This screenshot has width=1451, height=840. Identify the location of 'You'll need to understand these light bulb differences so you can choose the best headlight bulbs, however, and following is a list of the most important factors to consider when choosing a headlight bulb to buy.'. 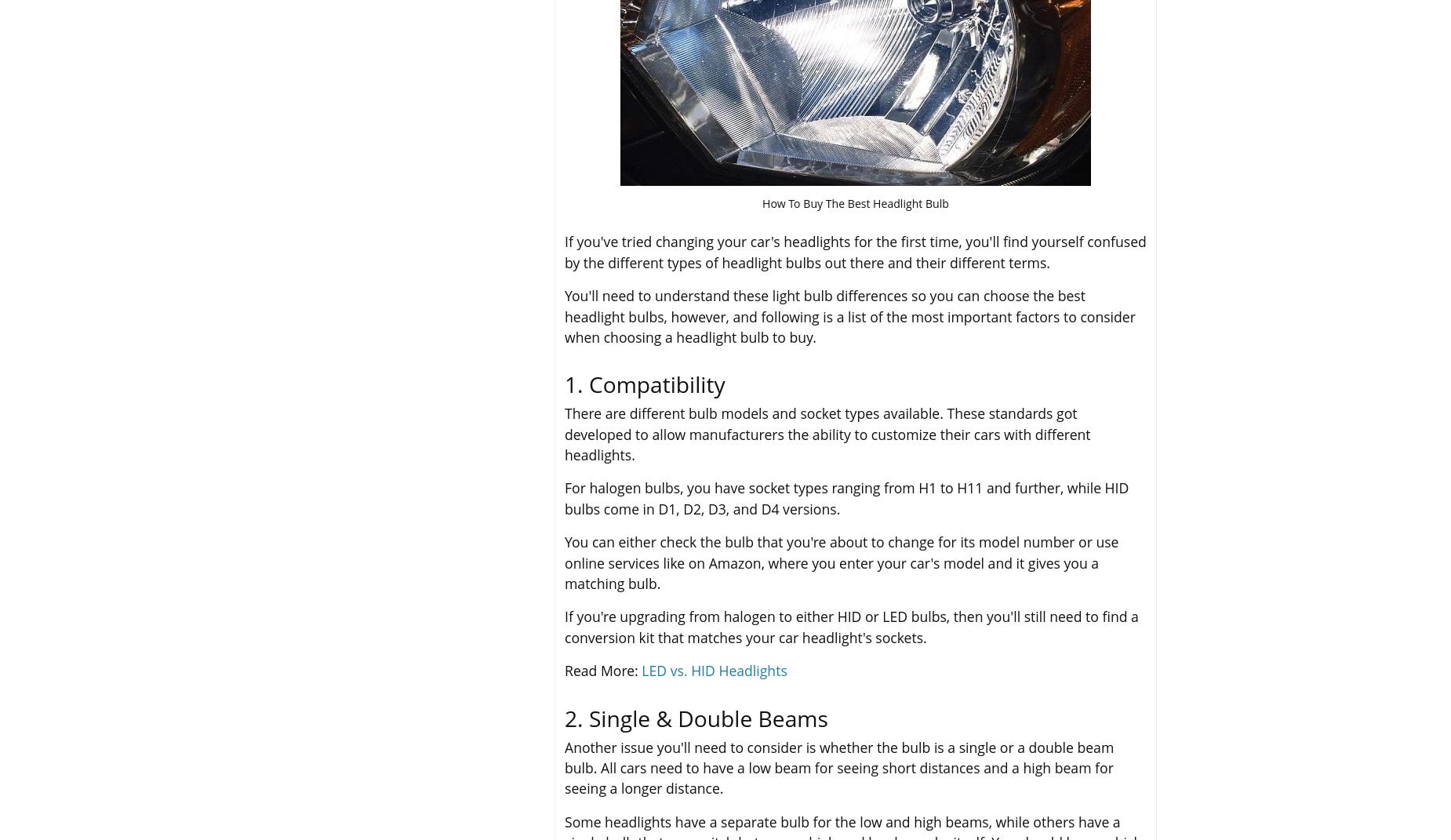
(849, 316).